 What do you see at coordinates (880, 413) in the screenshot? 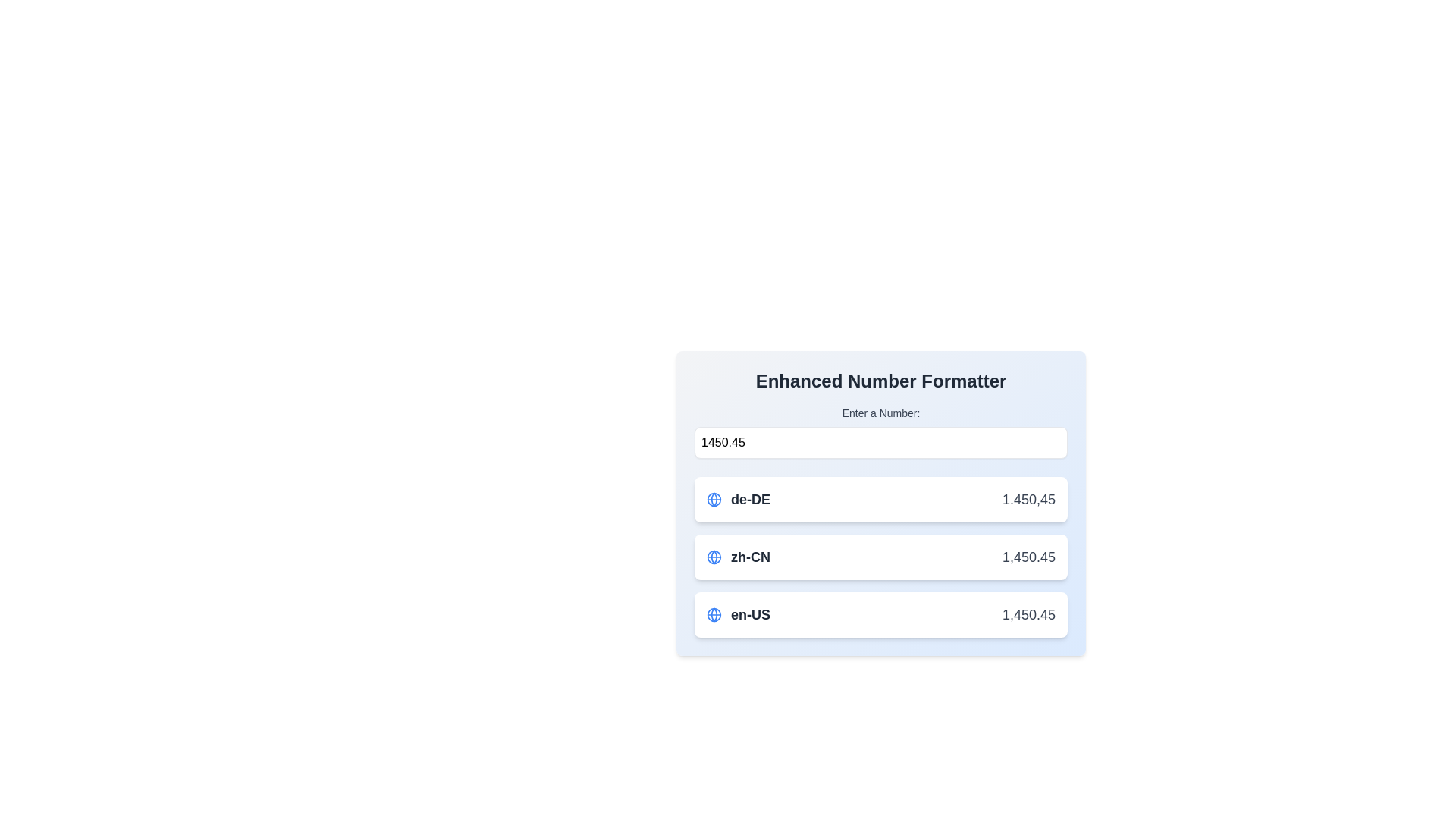
I see `the Text Label that instructs the user to enter a number in the input field below, which is positioned at the top of the form section` at bounding box center [880, 413].